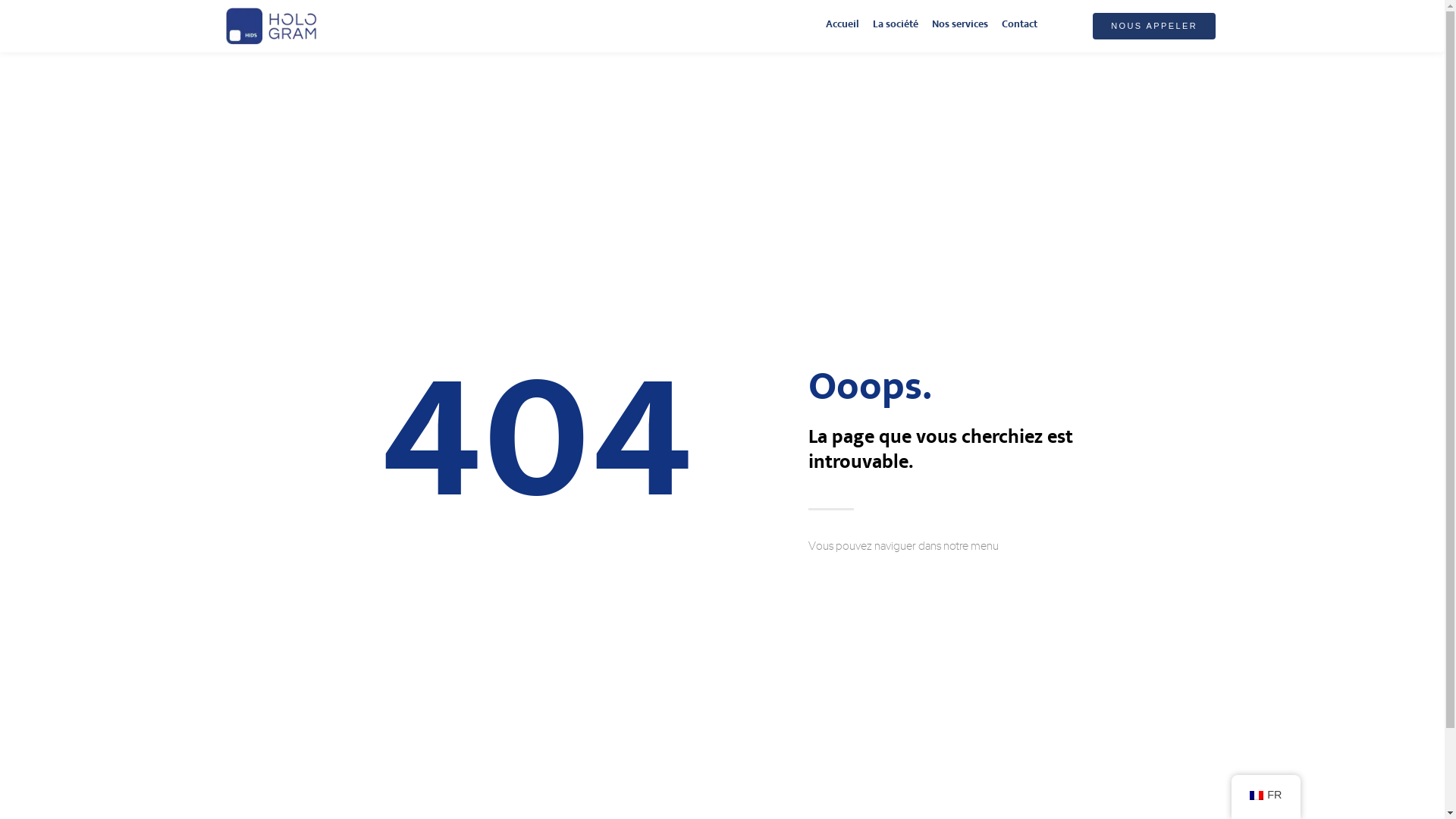 The image size is (1456, 819). I want to click on 'FR', so click(1266, 795).